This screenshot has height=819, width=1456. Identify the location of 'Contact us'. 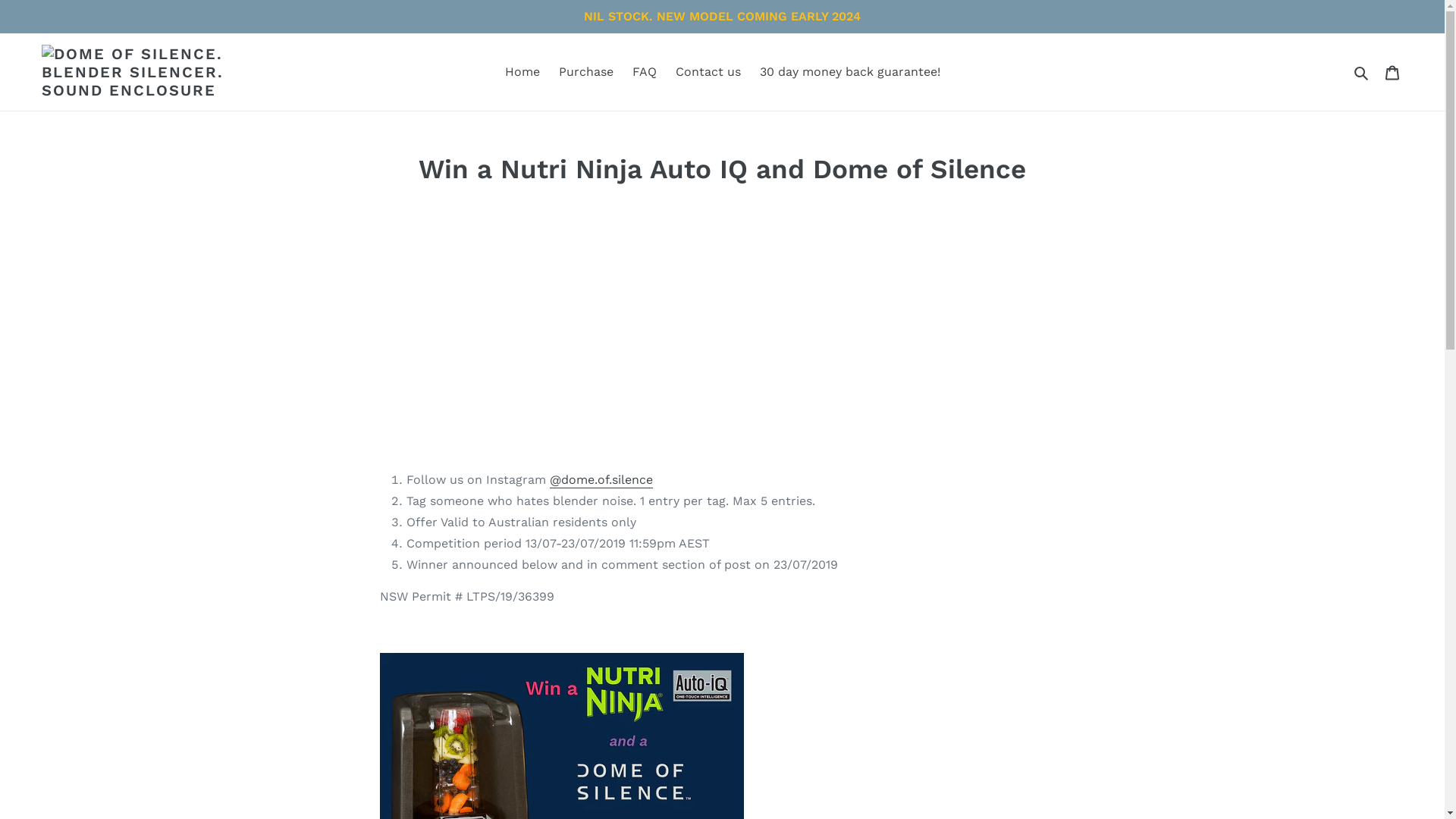
(706, 72).